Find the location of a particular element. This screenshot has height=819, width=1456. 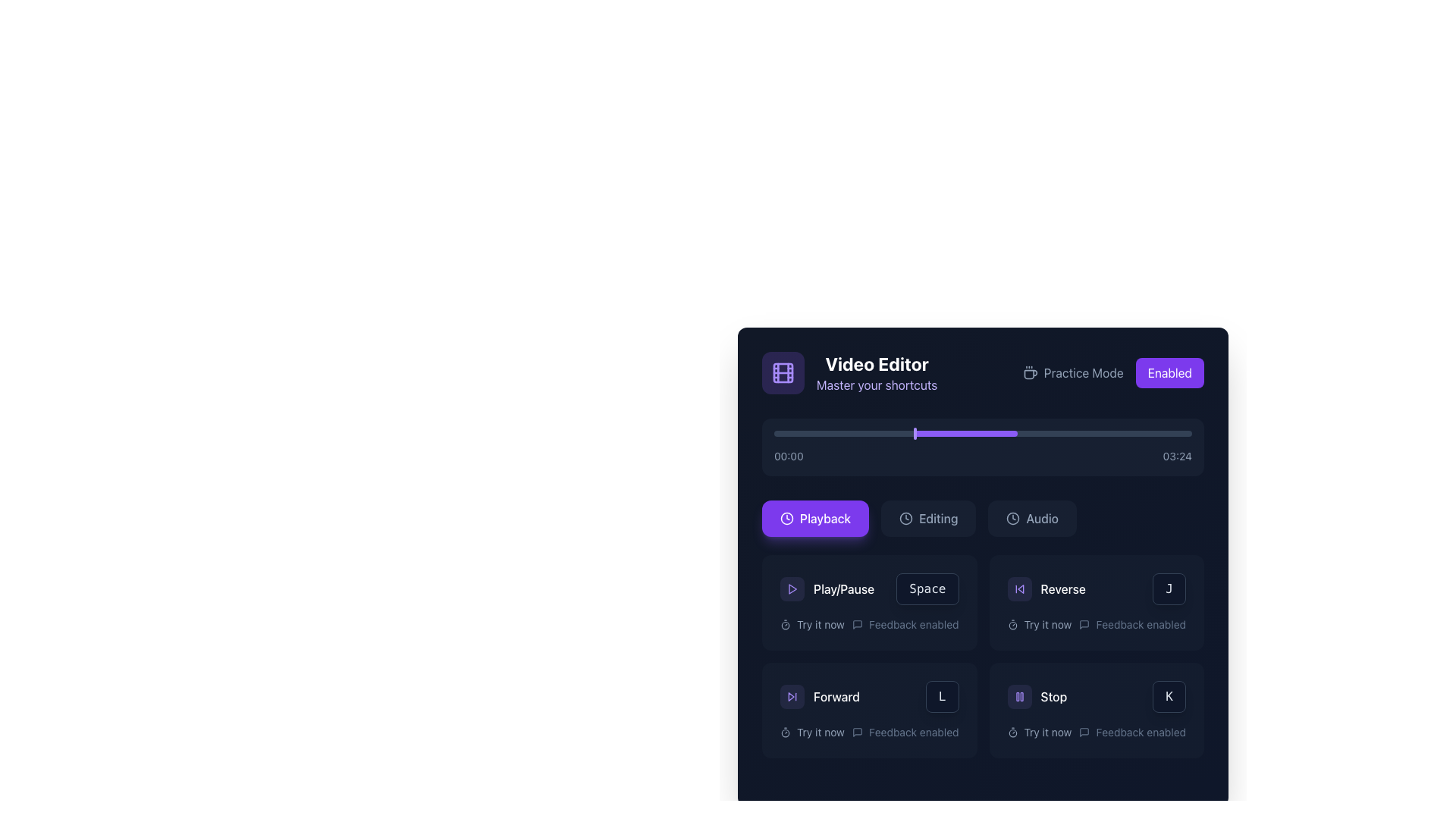

the descriptive text label located below the 'Video Editor' heading, which provides context for the application features is located at coordinates (877, 384).